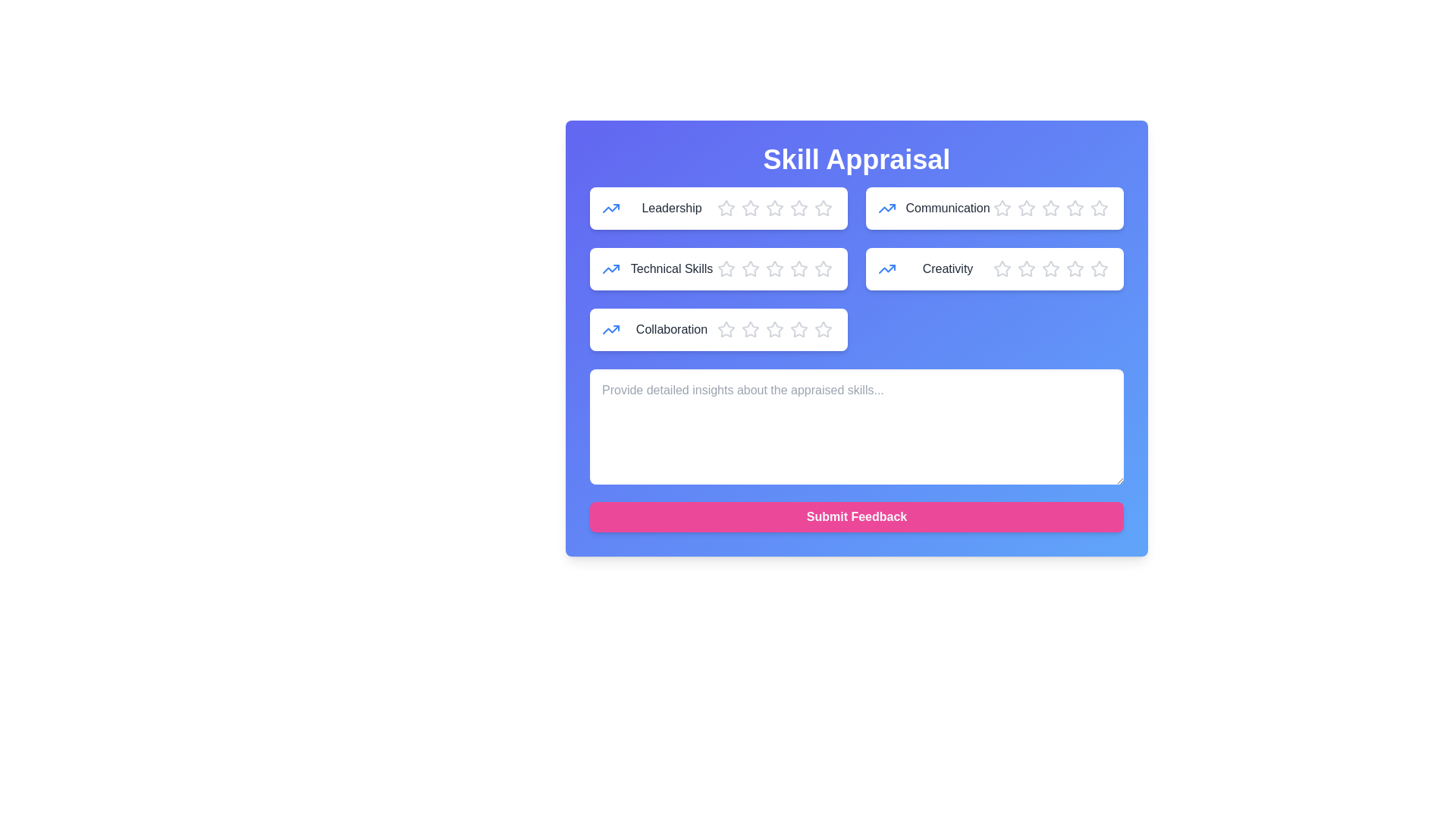 The image size is (1456, 819). I want to click on the star corresponding to 5 stars to preview the rating, so click(822, 208).